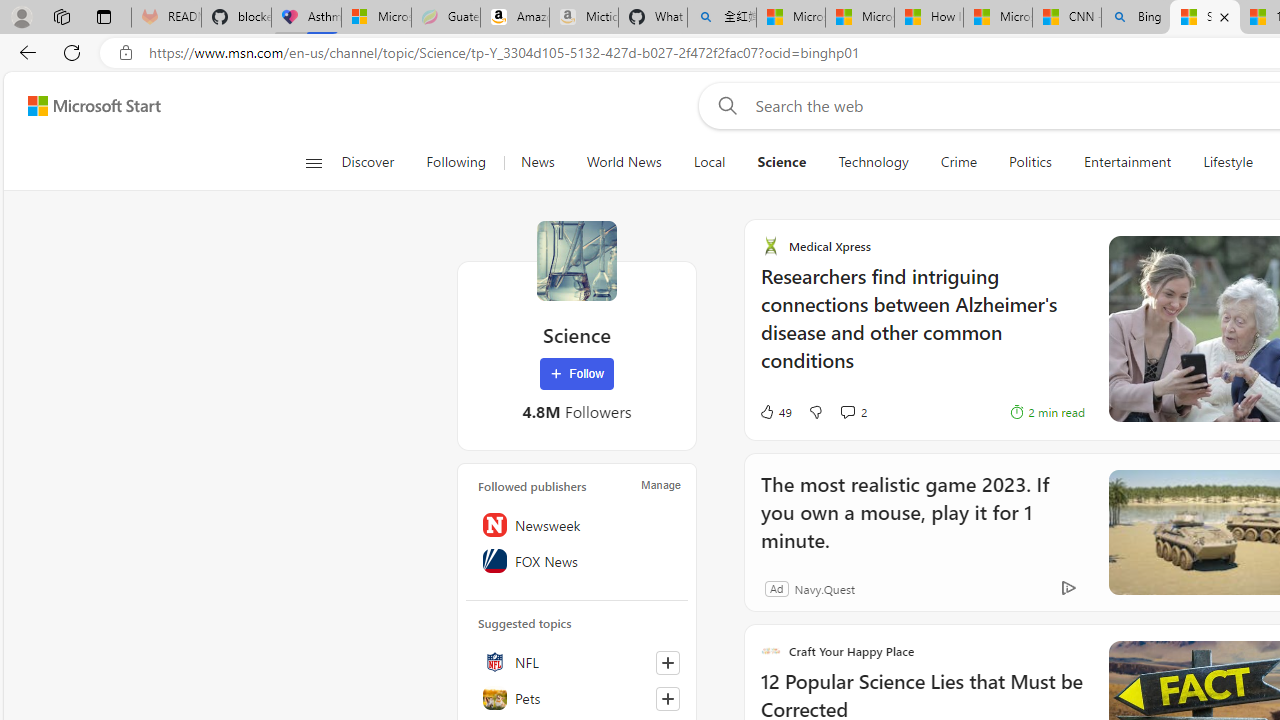  Describe the element at coordinates (957, 162) in the screenshot. I see `'Crime'` at that location.